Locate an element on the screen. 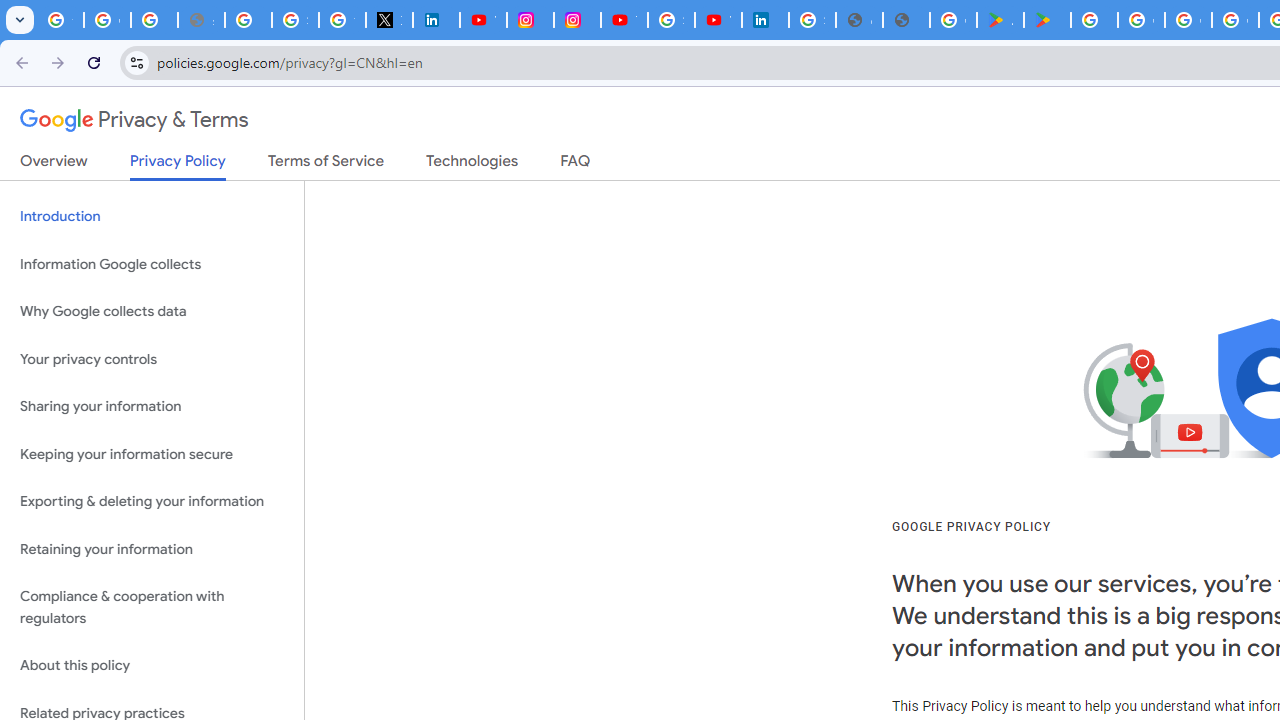 The image size is (1280, 720). 'Android Apps on Google Play' is located at coordinates (1000, 20).